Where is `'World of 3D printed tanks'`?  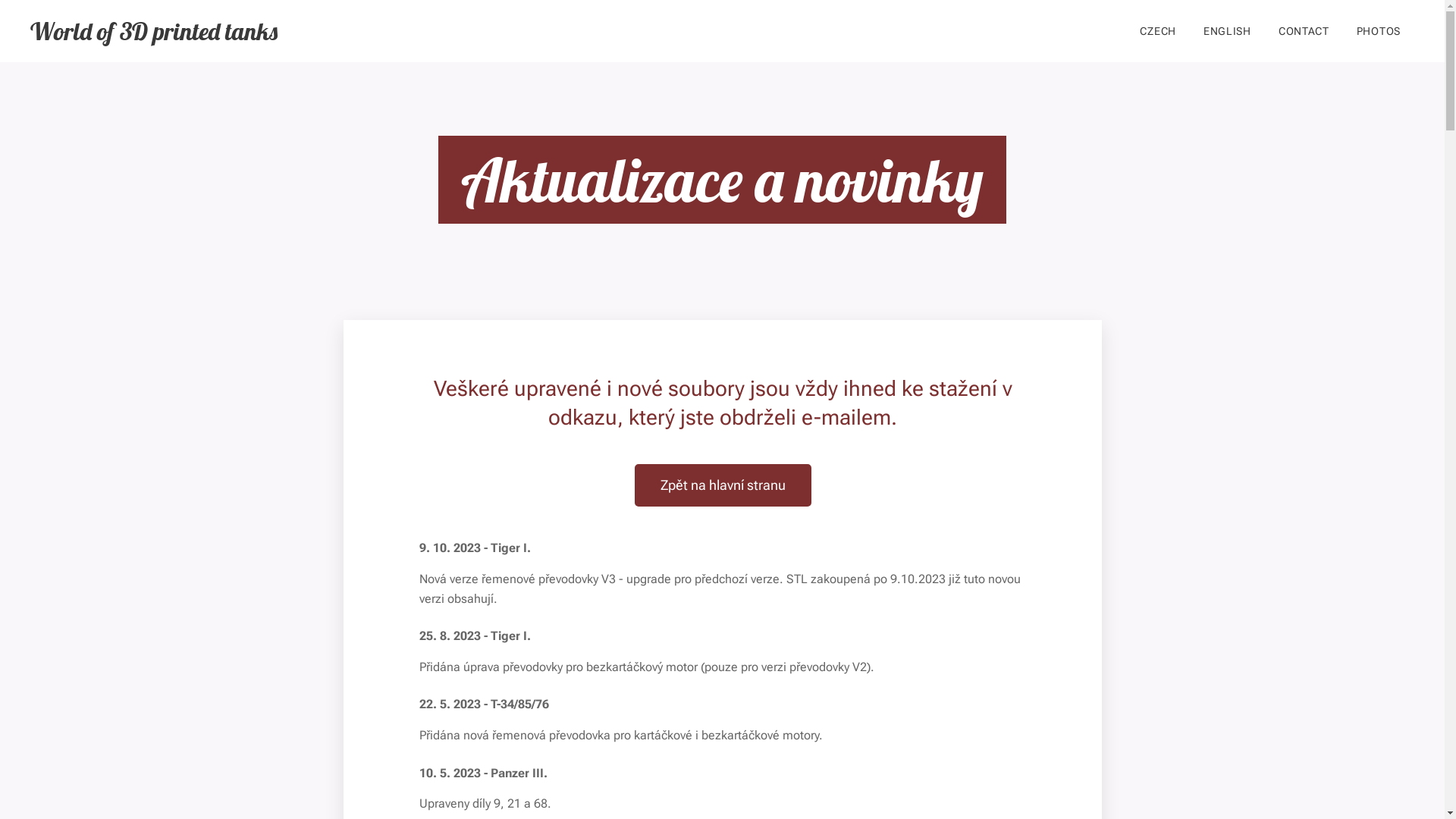
'World of 3D printed tanks' is located at coordinates (153, 31).